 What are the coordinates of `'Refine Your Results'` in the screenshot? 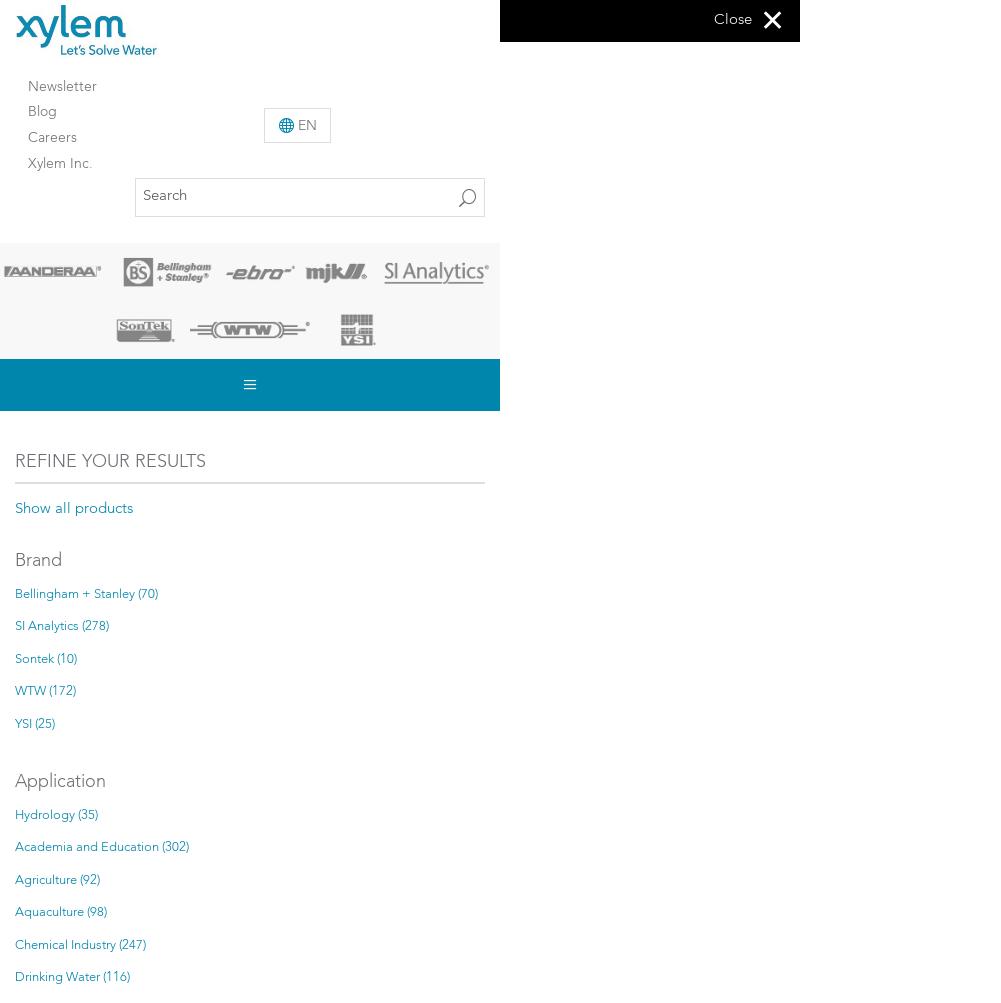 It's located at (109, 460).